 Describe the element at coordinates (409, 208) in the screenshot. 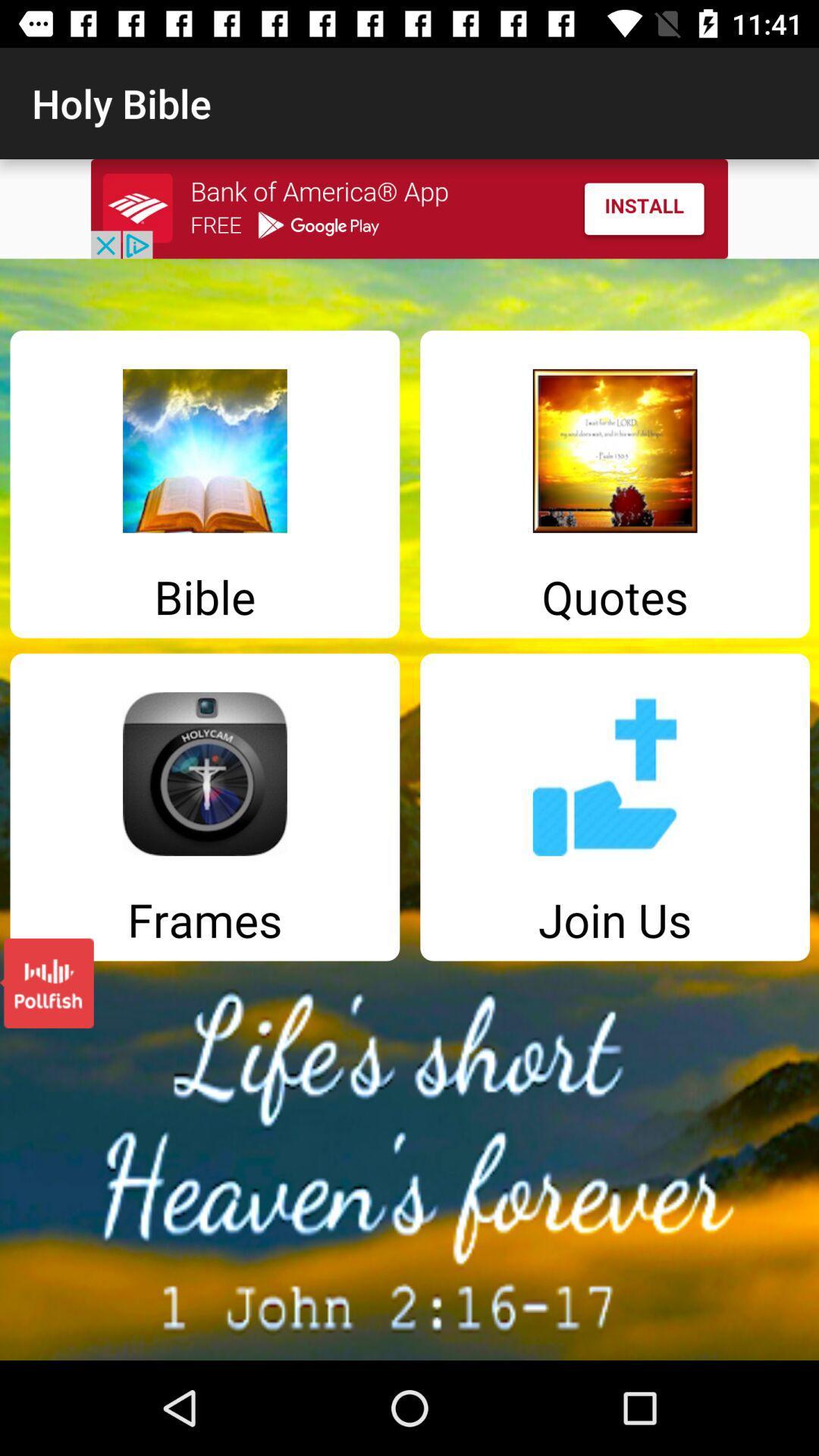

I see `install app` at that location.